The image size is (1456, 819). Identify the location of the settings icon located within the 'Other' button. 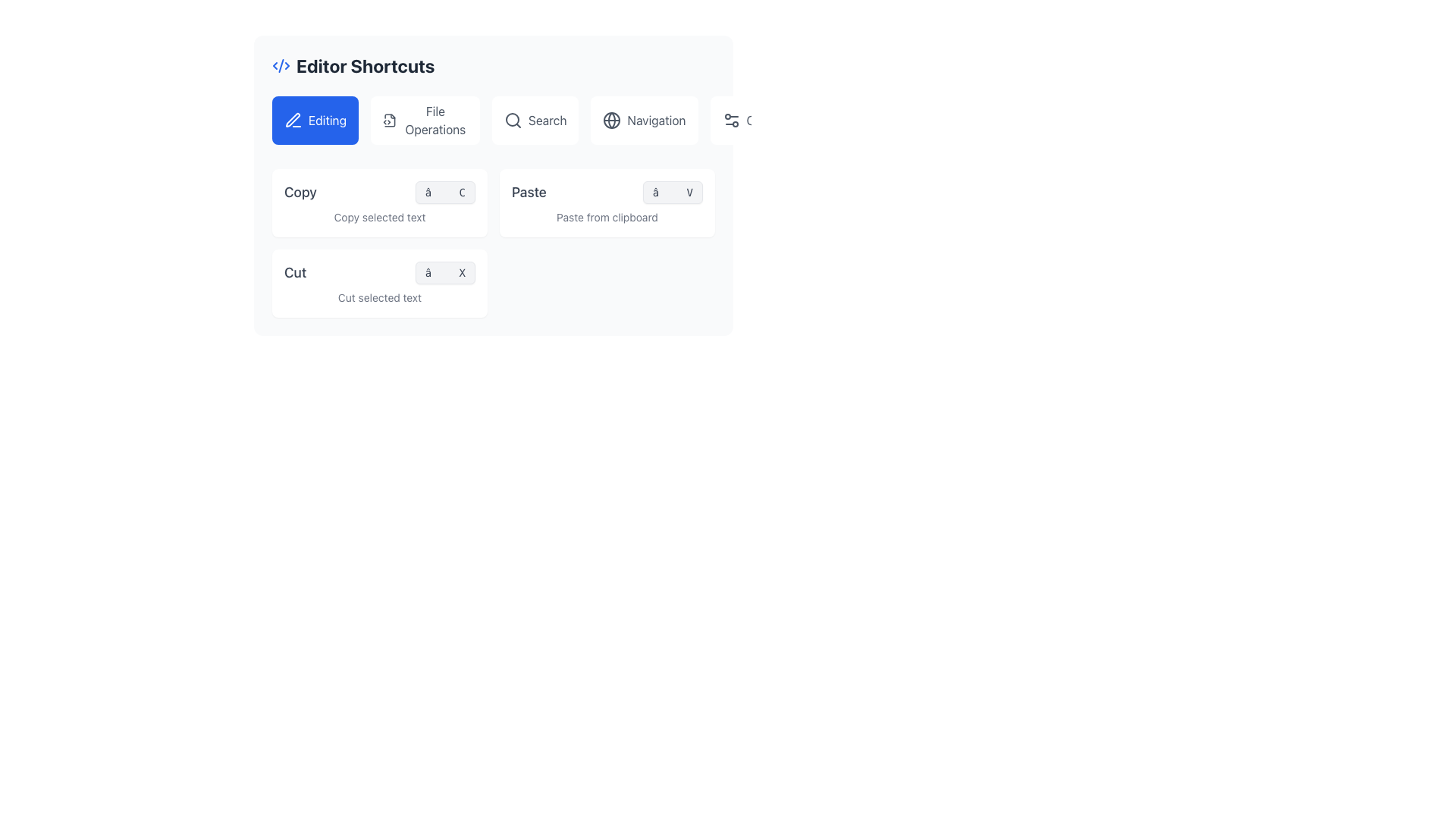
(731, 119).